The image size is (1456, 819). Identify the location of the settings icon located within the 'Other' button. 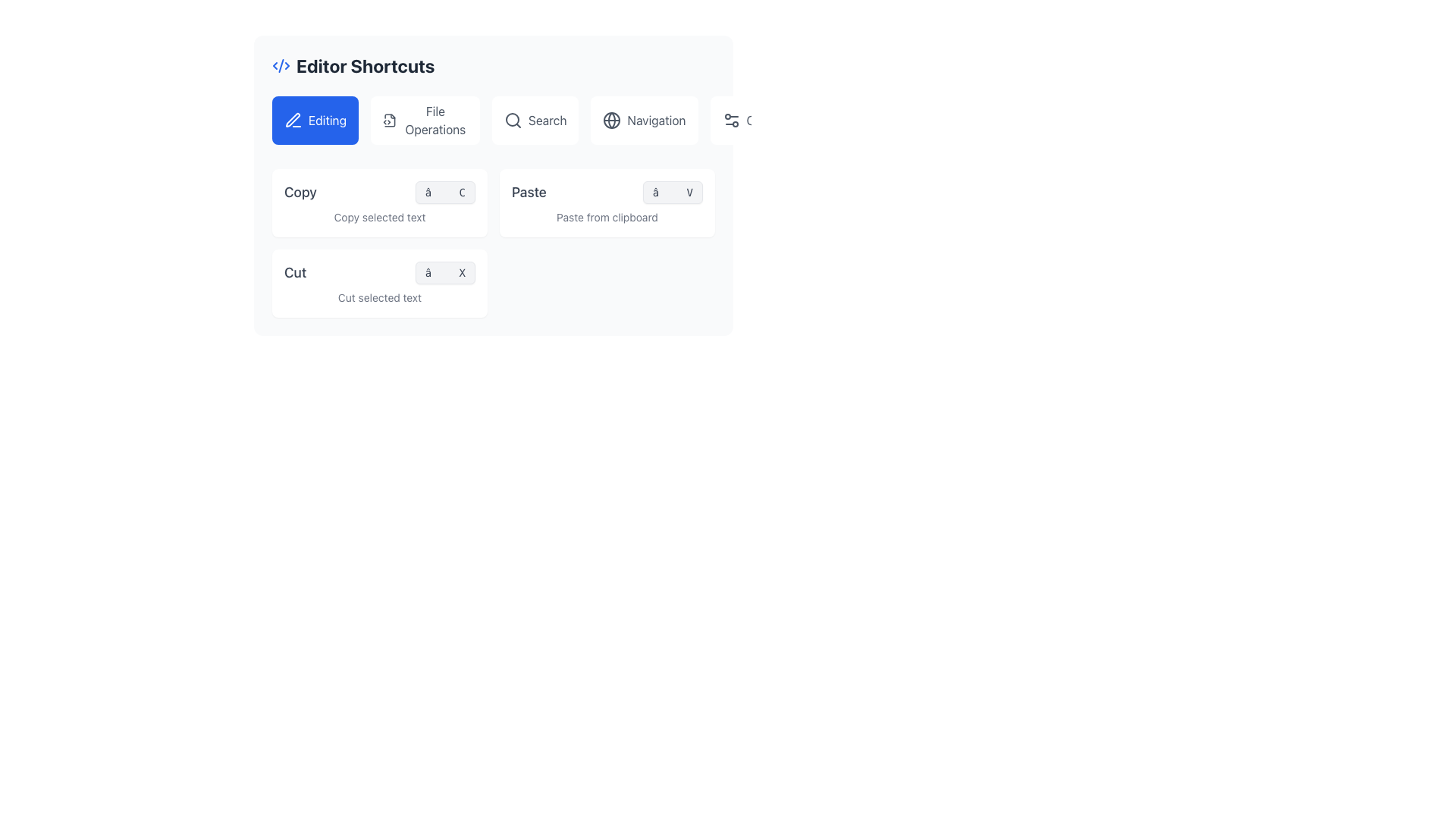
(731, 119).